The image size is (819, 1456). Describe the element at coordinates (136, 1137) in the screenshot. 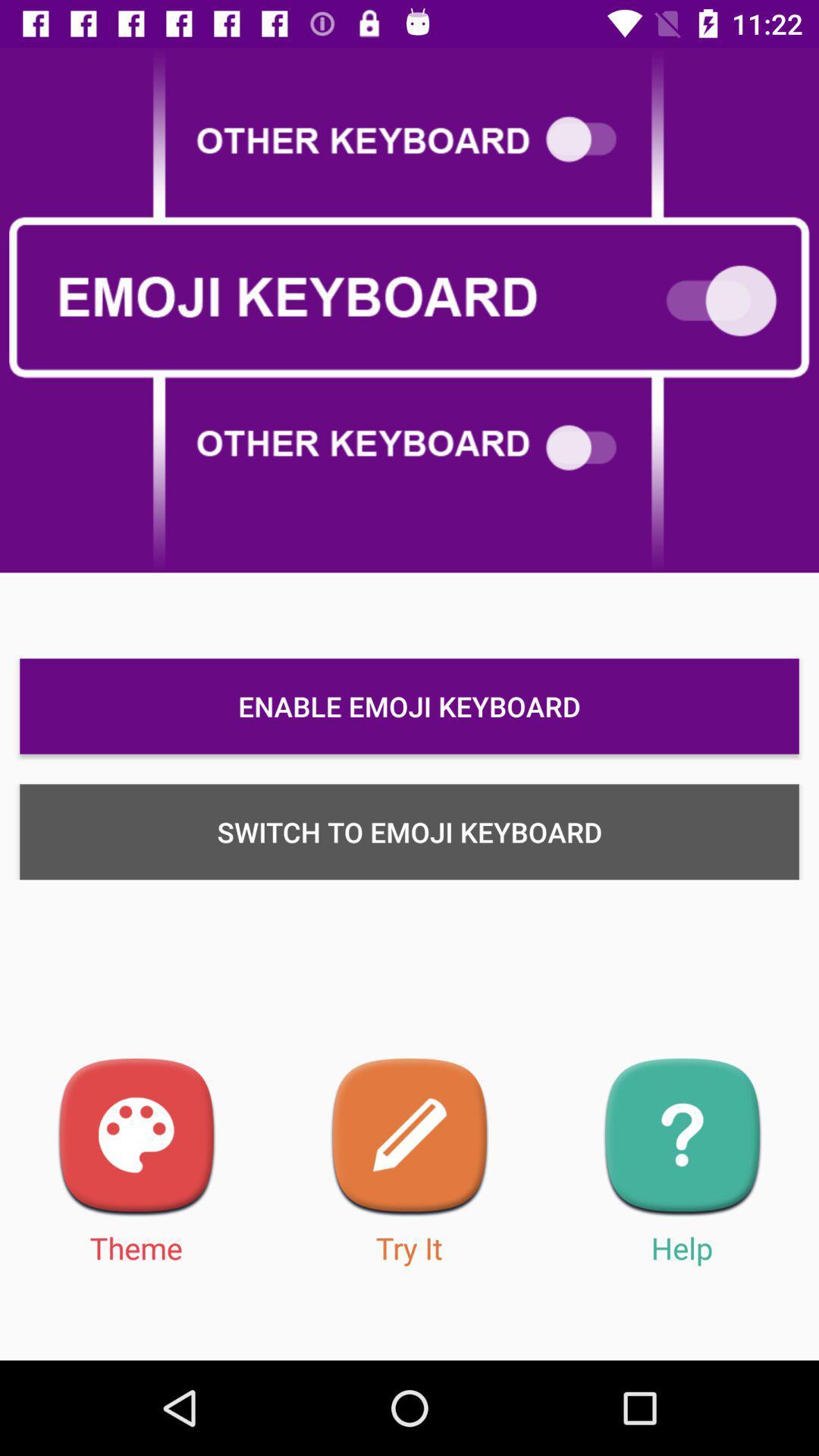

I see `theme selection menu` at that location.